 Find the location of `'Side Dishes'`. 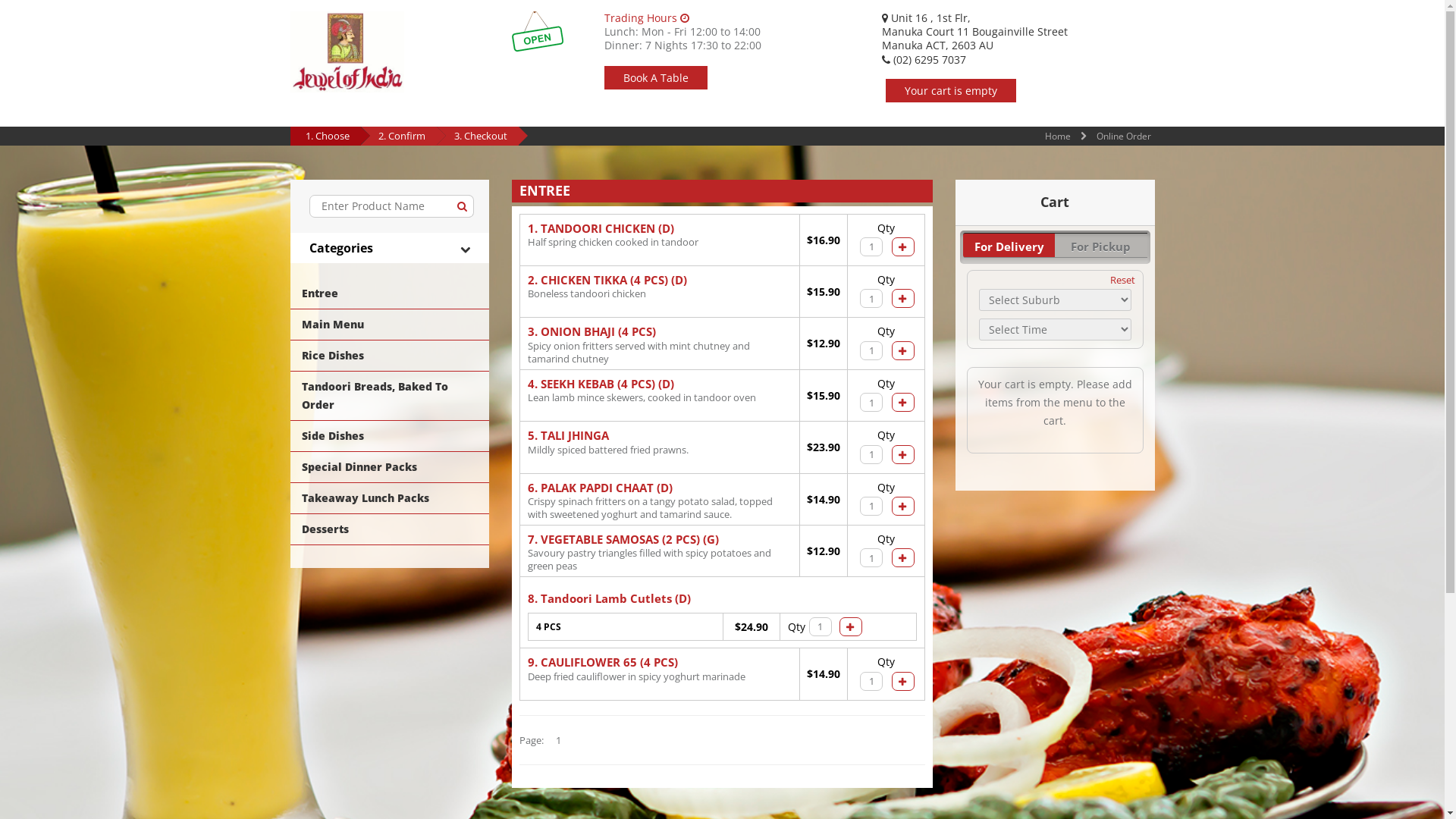

'Side Dishes' is located at coordinates (389, 435).